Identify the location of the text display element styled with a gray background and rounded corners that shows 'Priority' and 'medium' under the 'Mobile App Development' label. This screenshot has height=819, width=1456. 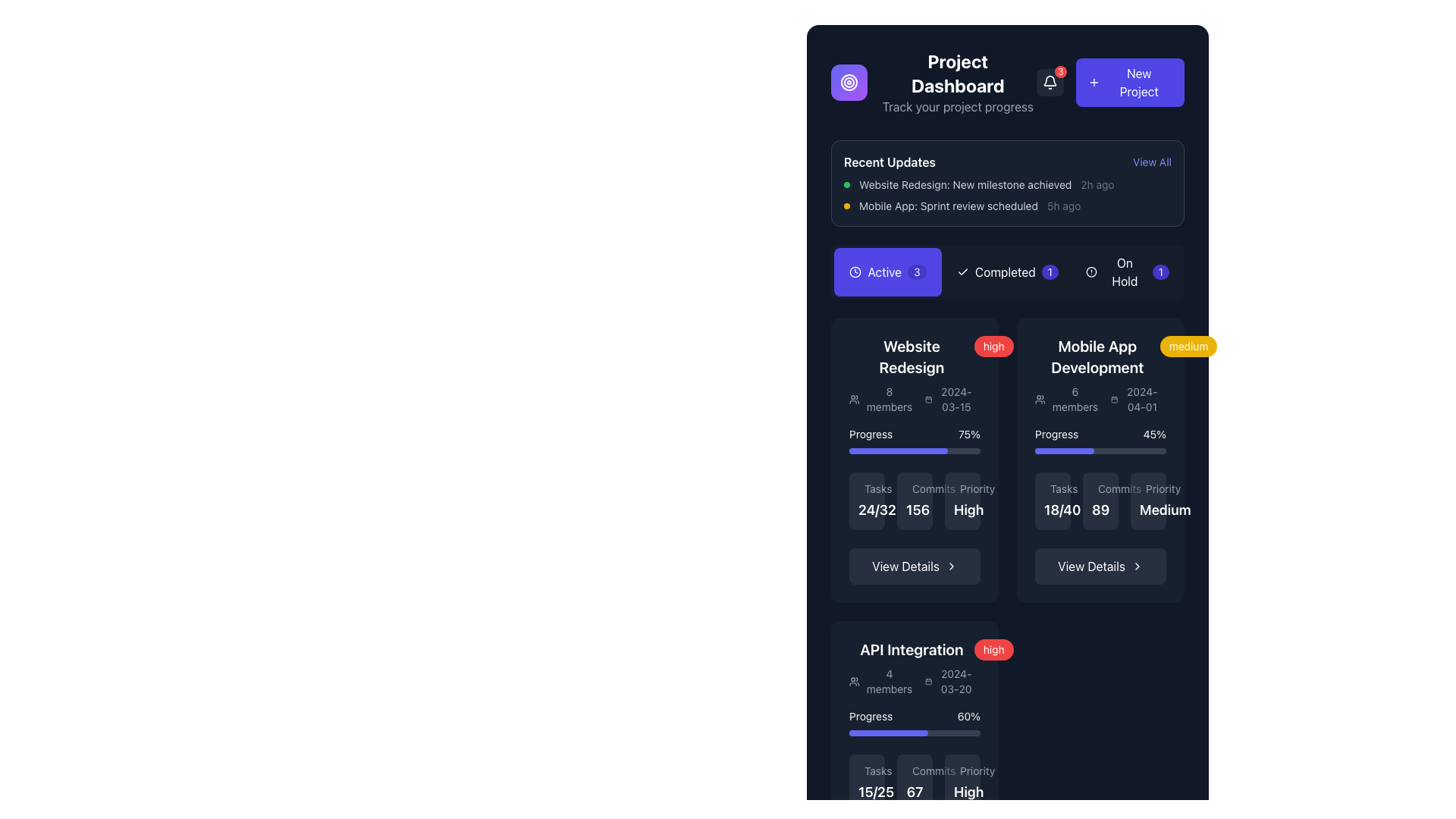
(1148, 500).